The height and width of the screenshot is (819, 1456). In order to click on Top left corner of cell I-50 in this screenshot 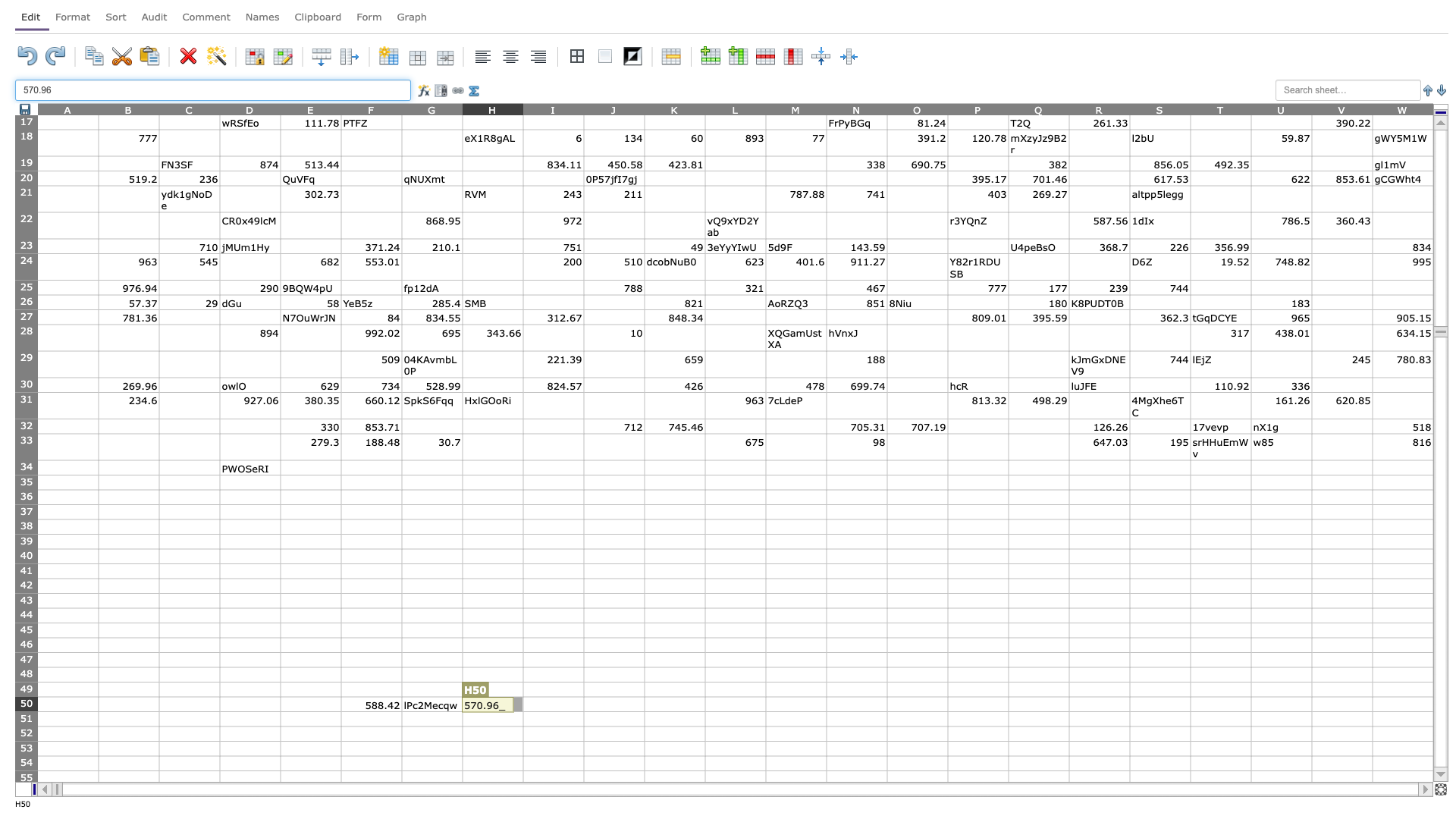, I will do `click(523, 696)`.